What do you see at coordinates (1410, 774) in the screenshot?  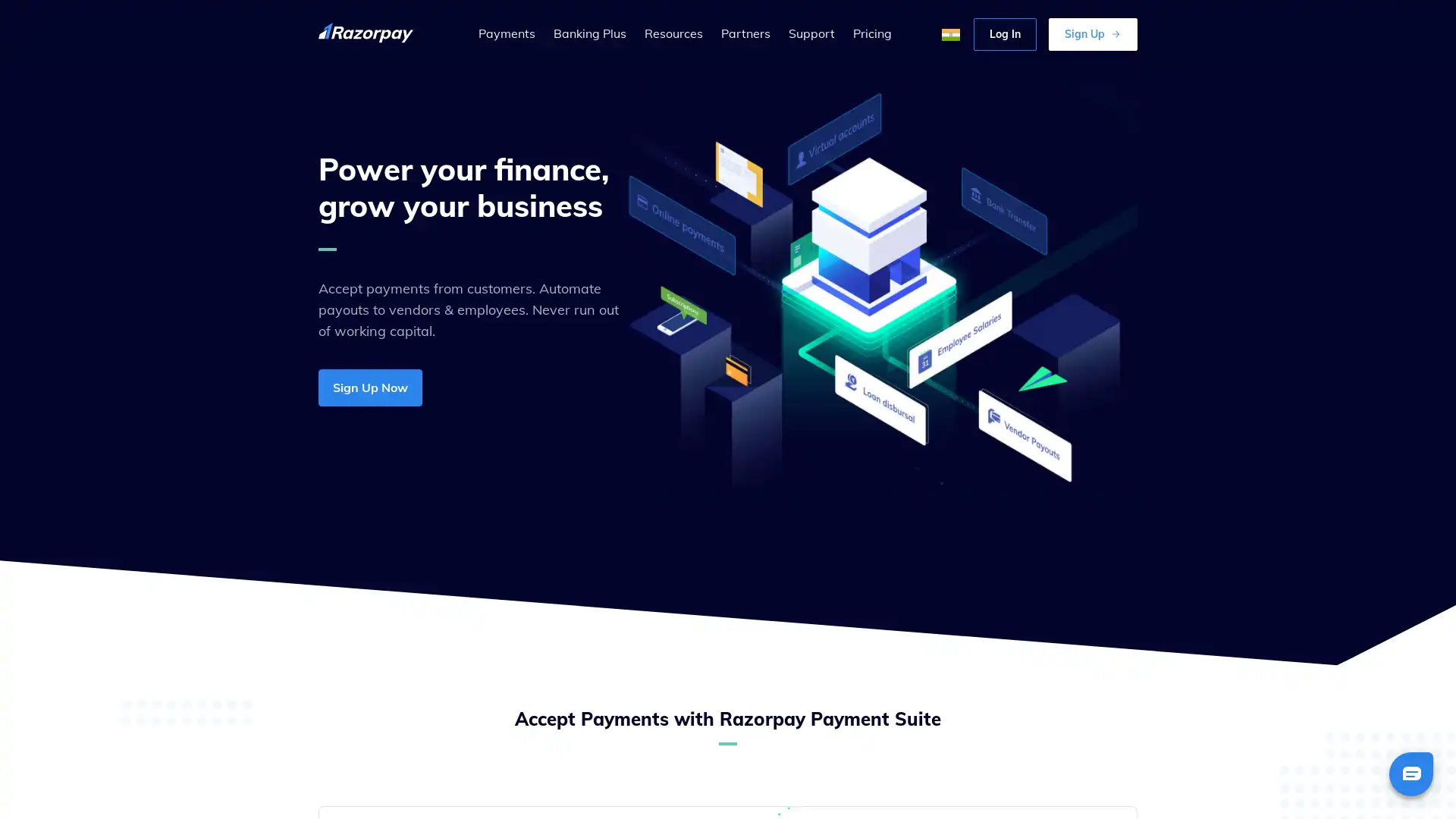 I see `Chat bubble` at bounding box center [1410, 774].